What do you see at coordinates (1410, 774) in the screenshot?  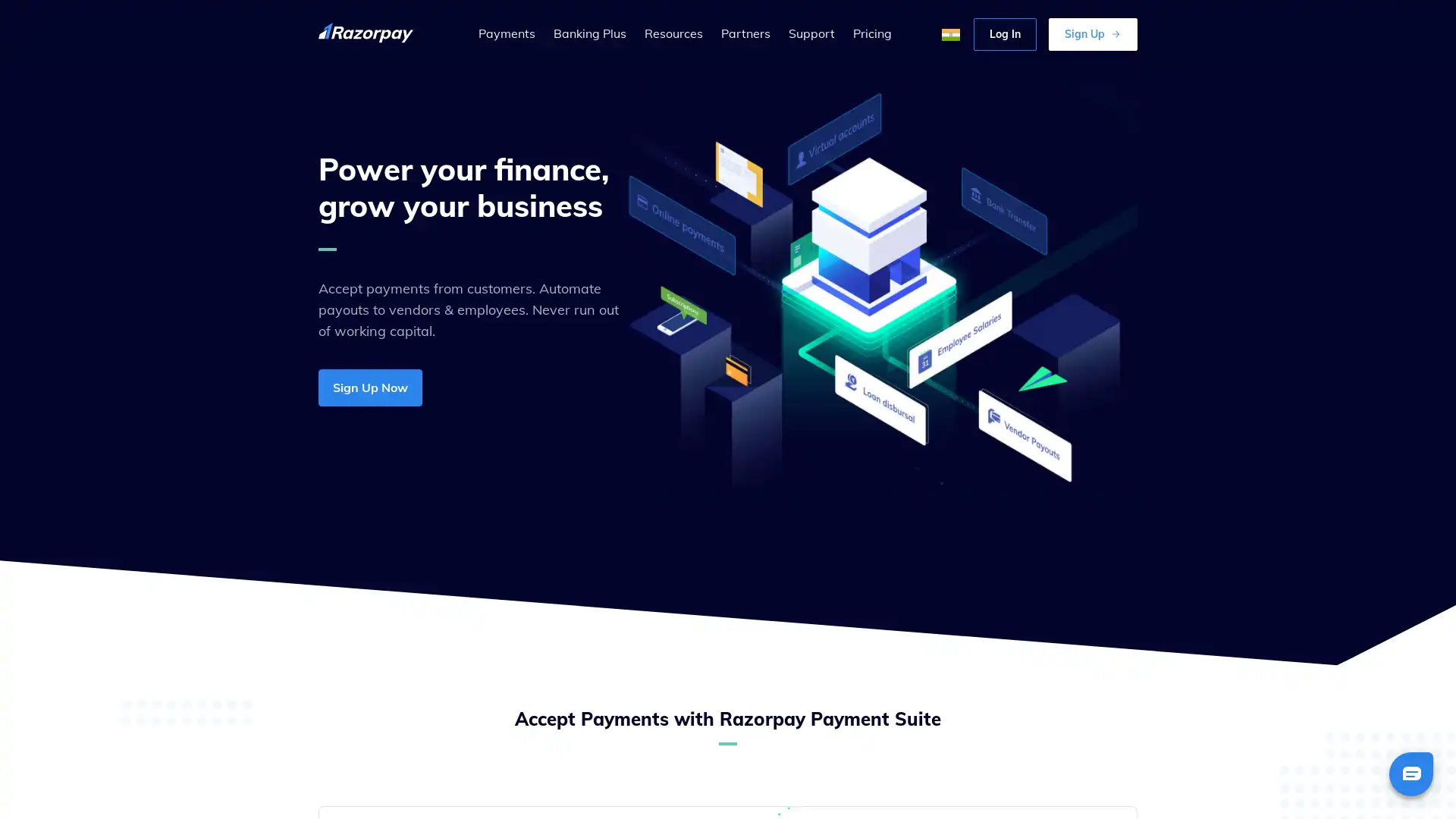 I see `Chat bubble` at bounding box center [1410, 774].